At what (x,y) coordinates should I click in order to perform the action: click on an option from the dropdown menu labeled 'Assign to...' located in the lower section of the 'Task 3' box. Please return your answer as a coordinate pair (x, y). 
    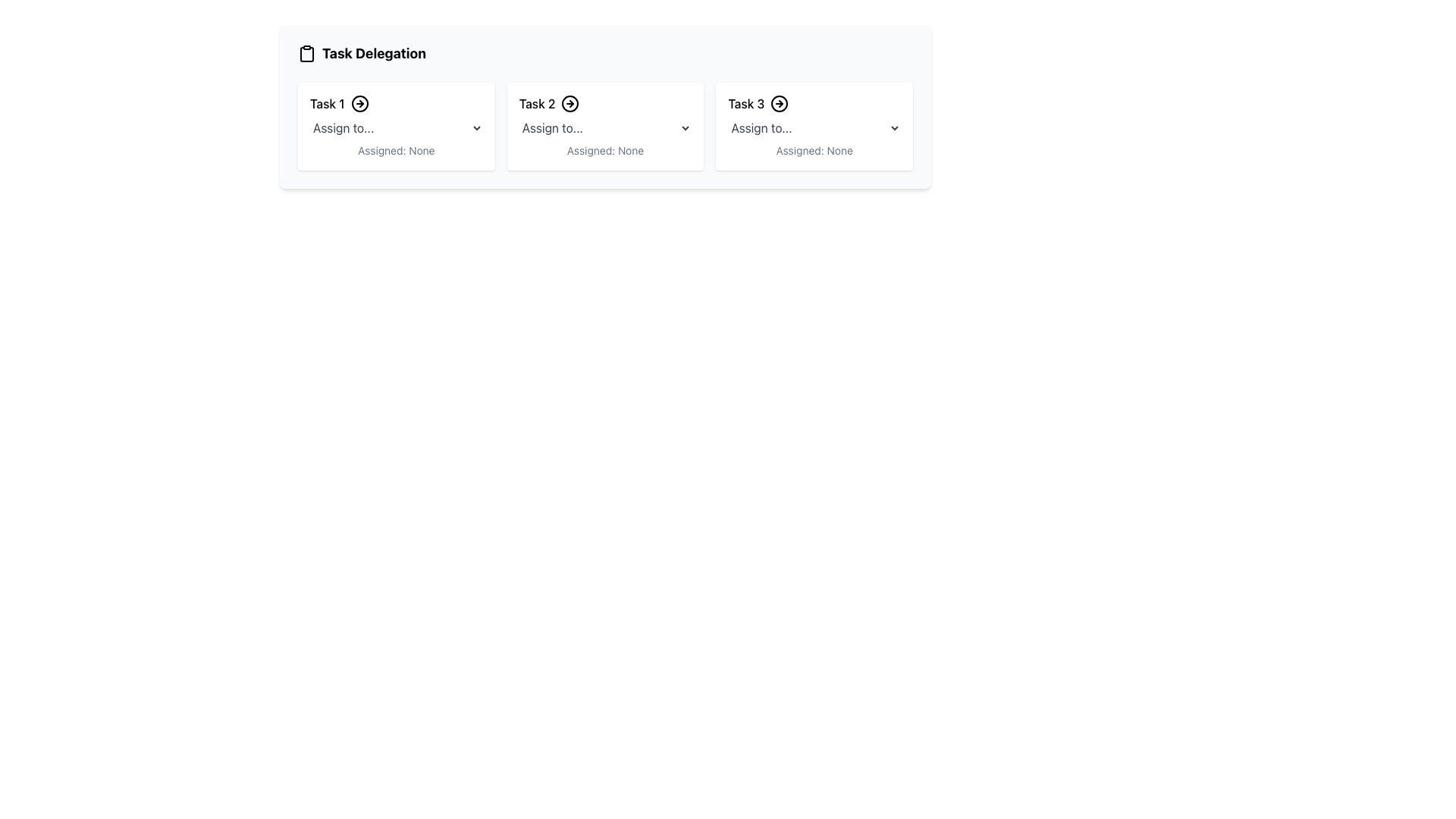
    Looking at the image, I should click on (814, 127).